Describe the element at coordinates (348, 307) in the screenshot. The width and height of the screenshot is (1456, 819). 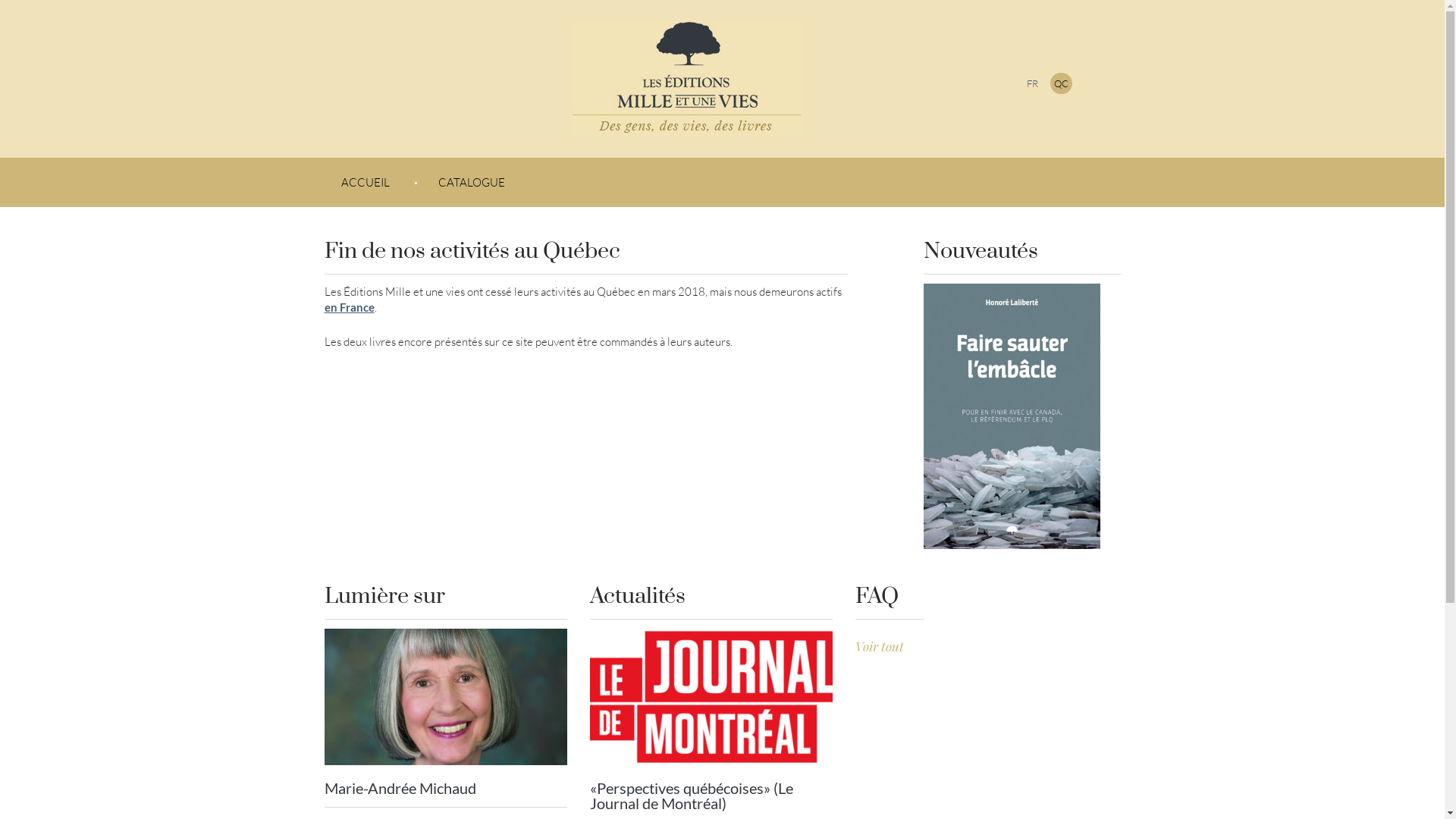
I see `'en France'` at that location.